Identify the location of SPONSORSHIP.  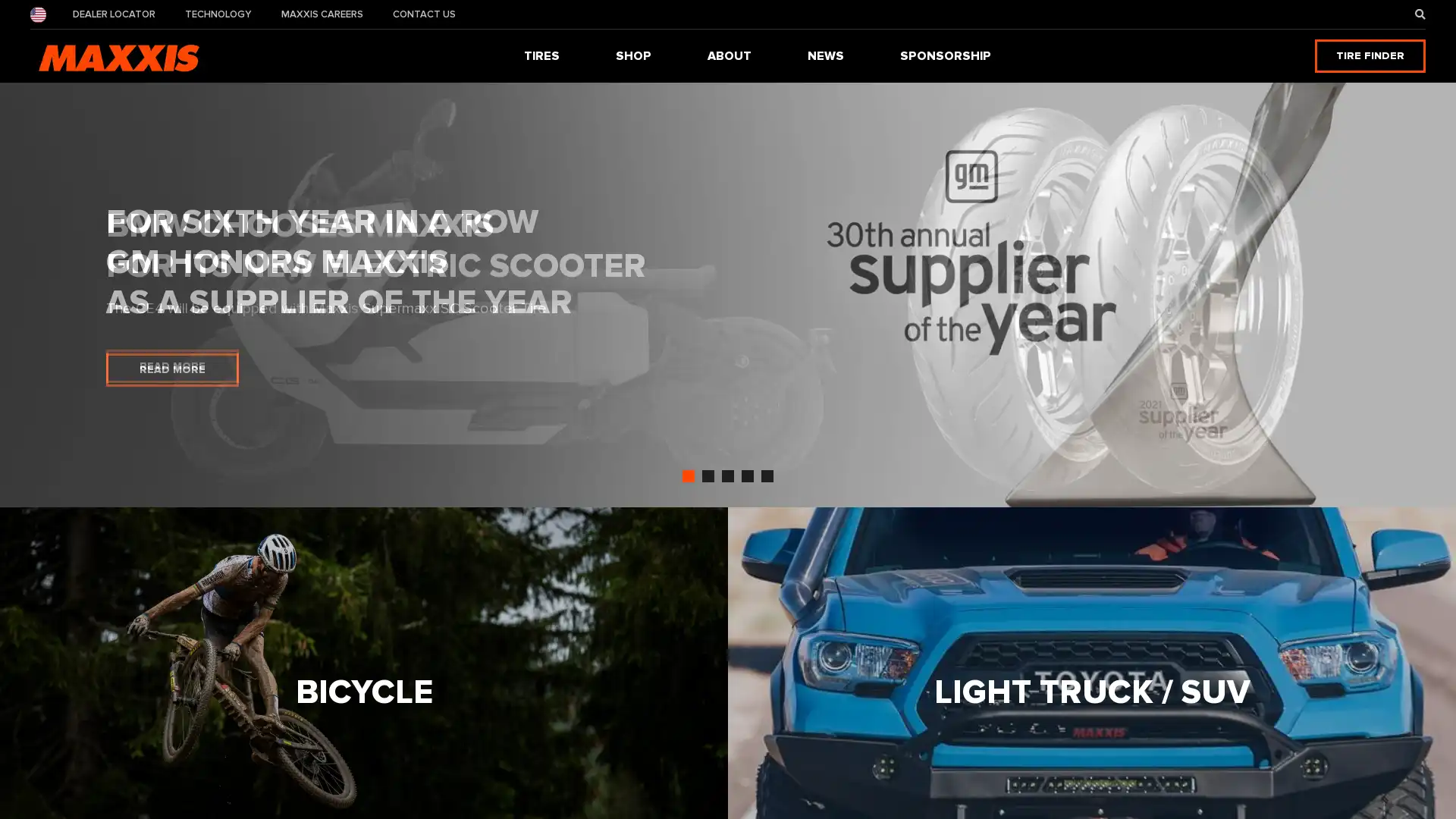
(945, 55).